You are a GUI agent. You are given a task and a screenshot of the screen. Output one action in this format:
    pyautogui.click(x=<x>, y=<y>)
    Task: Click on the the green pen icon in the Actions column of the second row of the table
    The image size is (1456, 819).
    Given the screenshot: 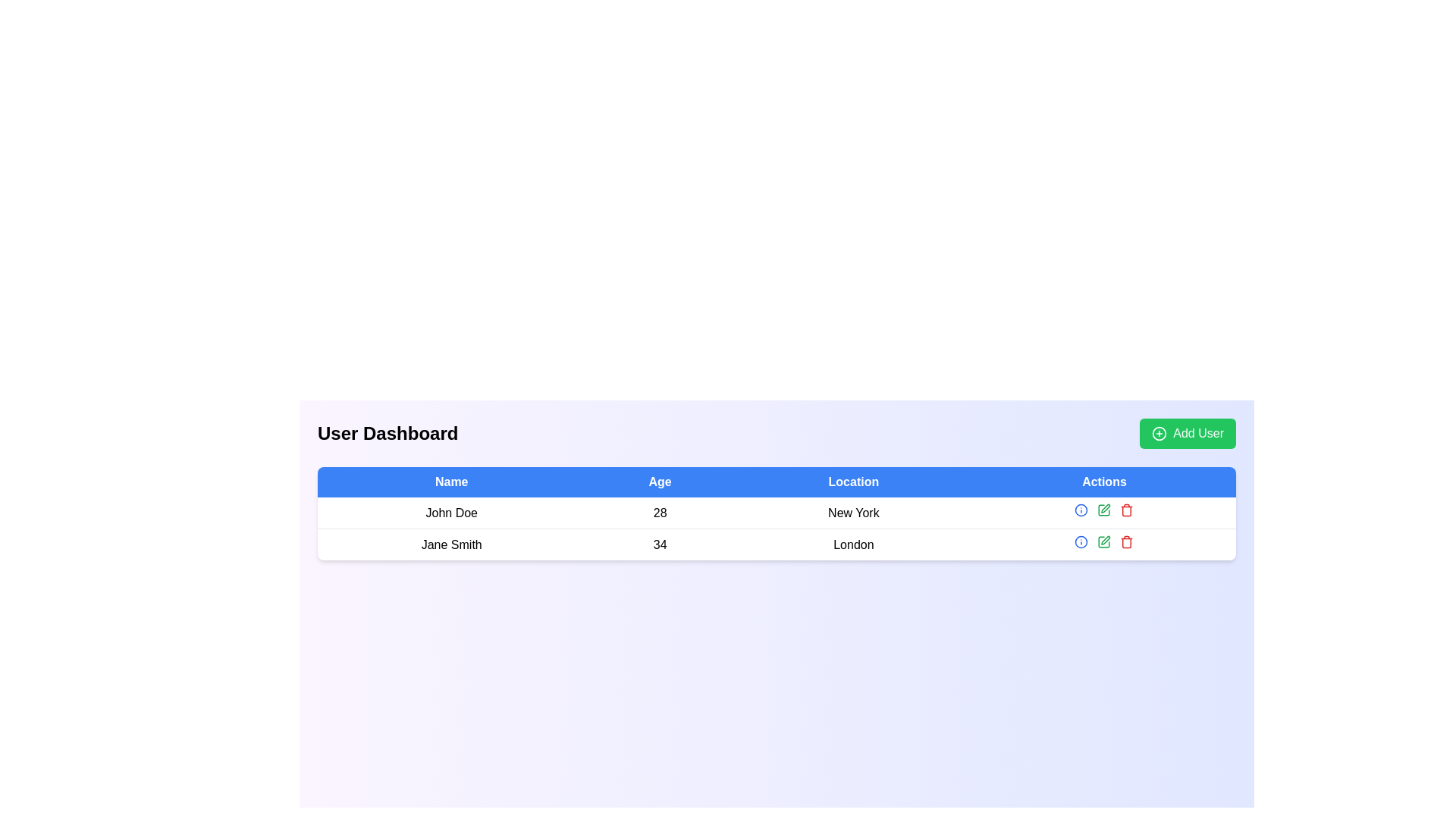 What is the action you would take?
    pyautogui.click(x=1104, y=510)
    